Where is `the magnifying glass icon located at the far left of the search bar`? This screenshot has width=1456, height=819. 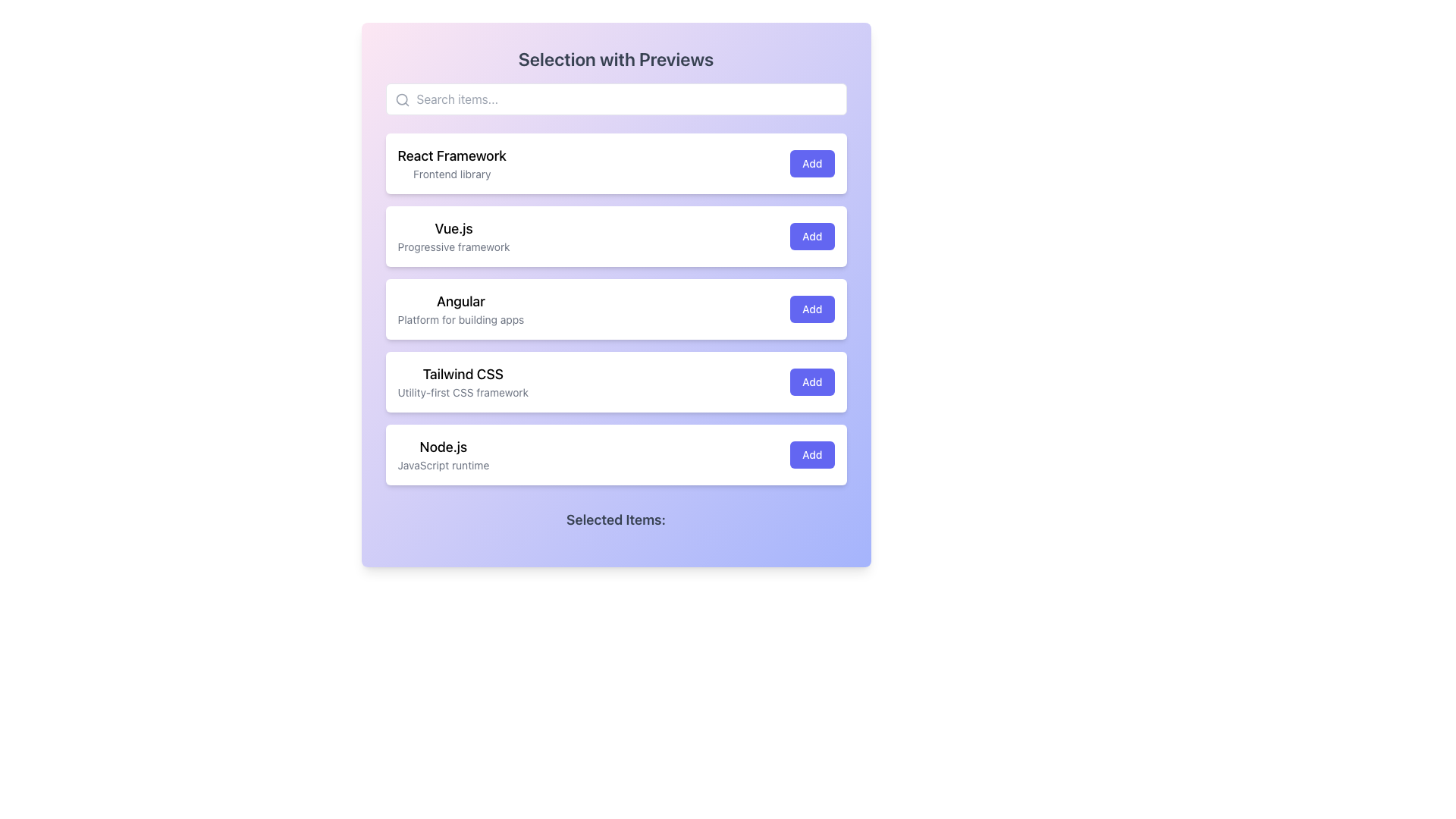 the magnifying glass icon located at the far left of the search bar is located at coordinates (402, 99).